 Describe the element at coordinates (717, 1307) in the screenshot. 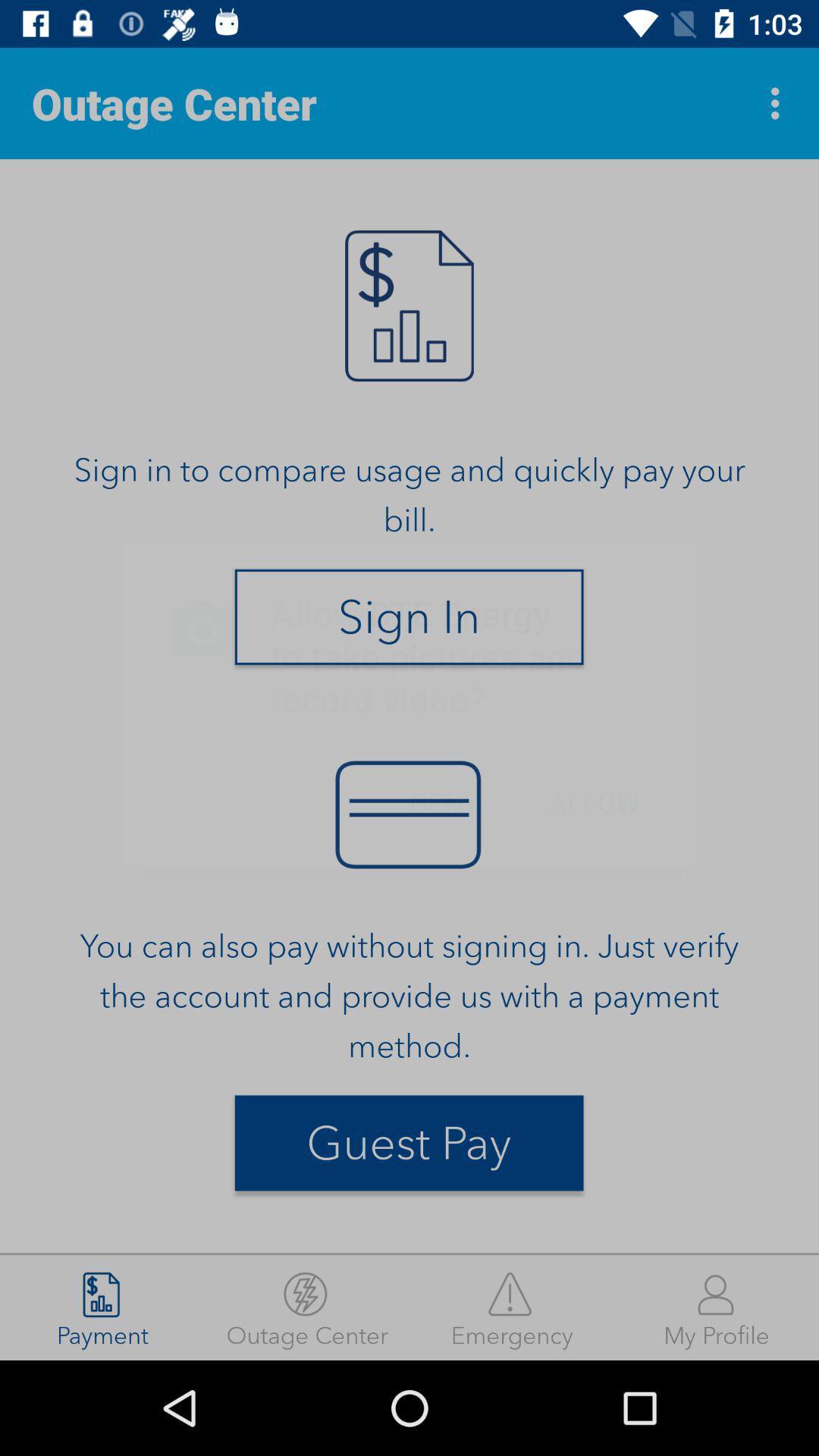

I see `my profile icon` at that location.